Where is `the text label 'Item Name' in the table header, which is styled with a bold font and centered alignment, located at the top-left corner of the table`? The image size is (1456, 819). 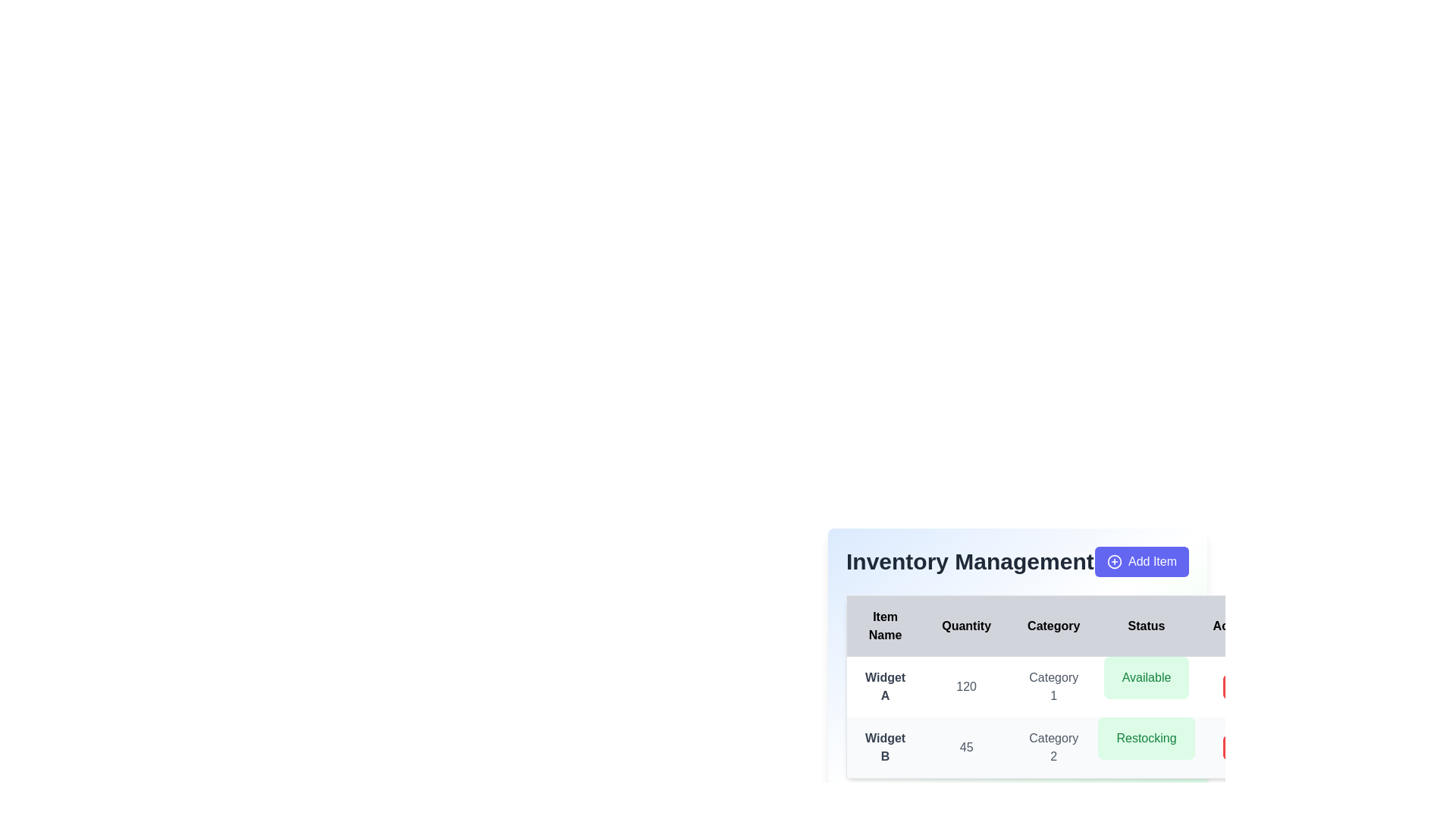 the text label 'Item Name' in the table header, which is styled with a bold font and centered alignment, located at the top-left corner of the table is located at coordinates (885, 626).